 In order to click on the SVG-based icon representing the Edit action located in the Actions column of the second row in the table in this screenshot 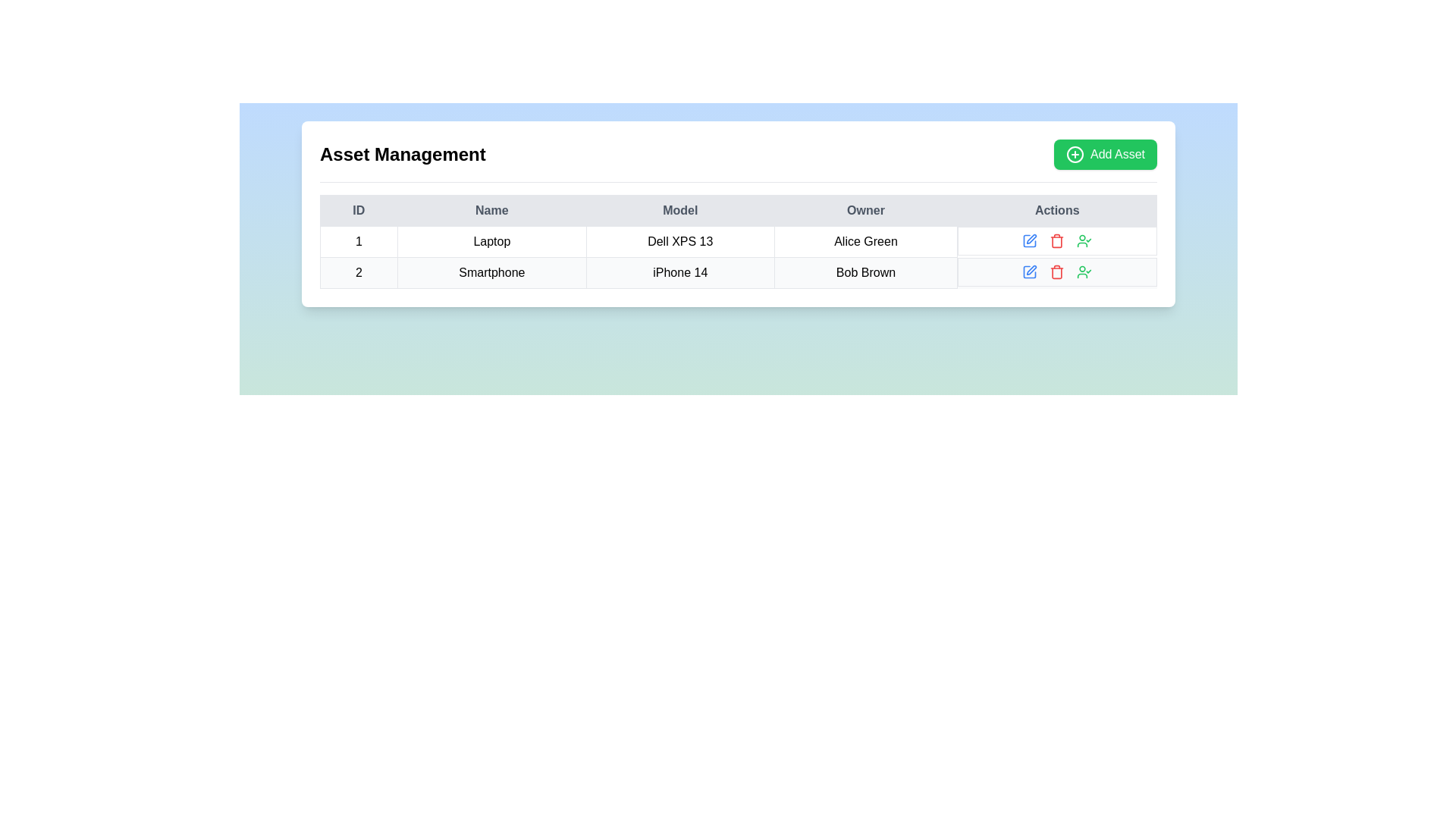, I will do `click(1030, 271)`.